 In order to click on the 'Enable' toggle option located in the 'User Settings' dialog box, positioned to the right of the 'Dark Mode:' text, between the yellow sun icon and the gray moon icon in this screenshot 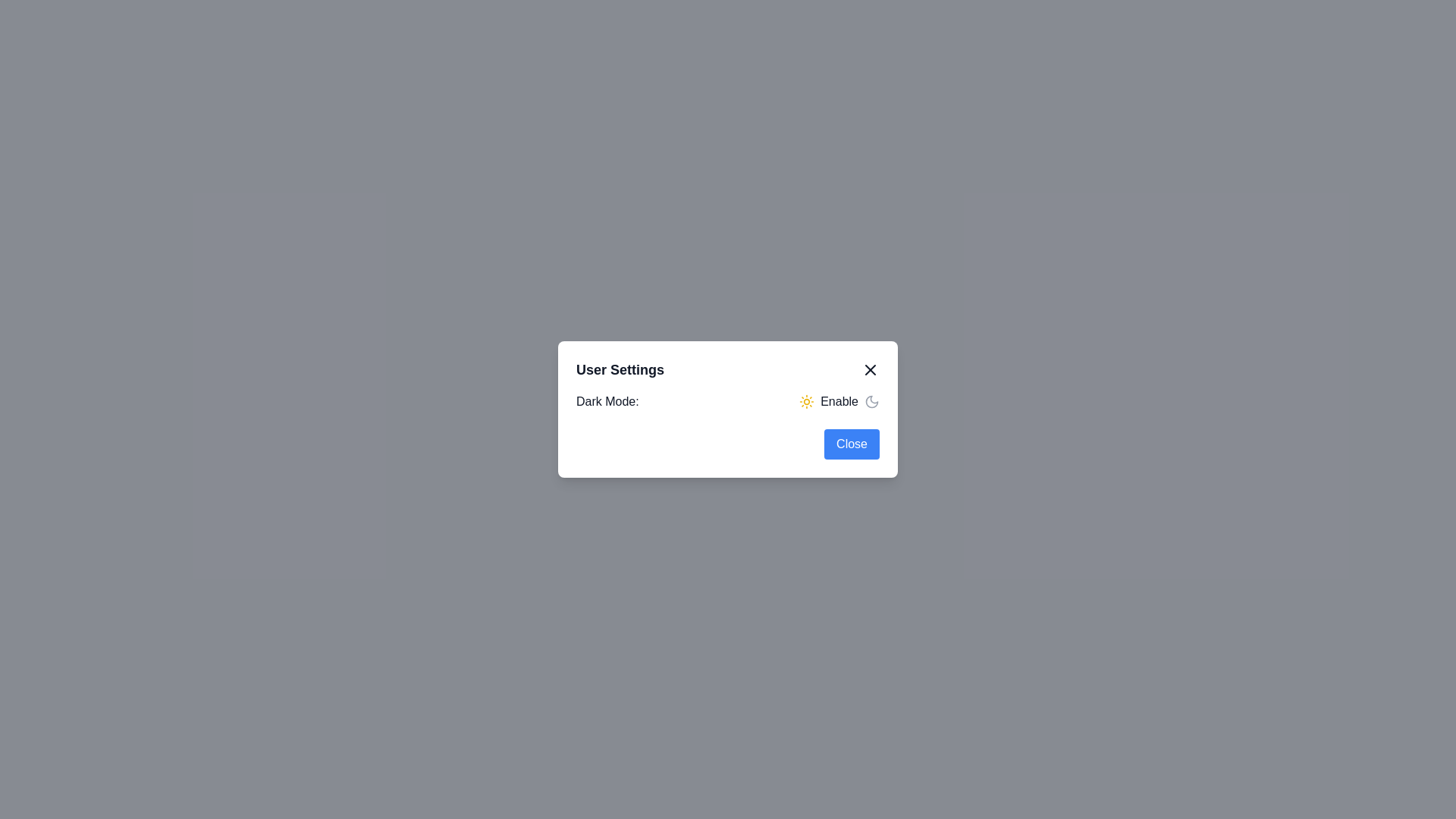, I will do `click(839, 400)`.